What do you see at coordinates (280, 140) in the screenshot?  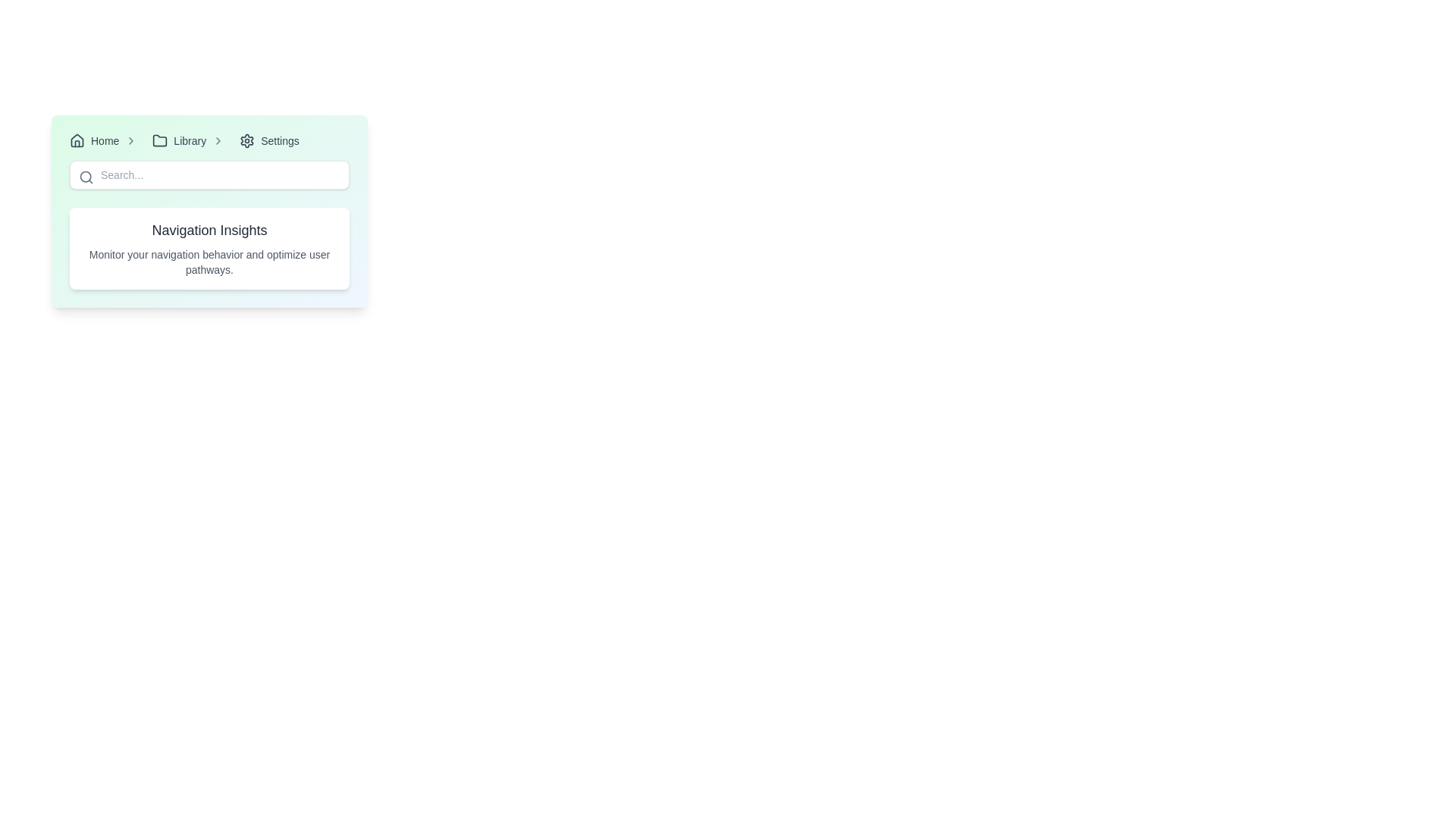 I see `the non-interactive text label that describes settings, located in the breadcrumb-style navigation bar, positioned immediately after the gear icon` at bounding box center [280, 140].